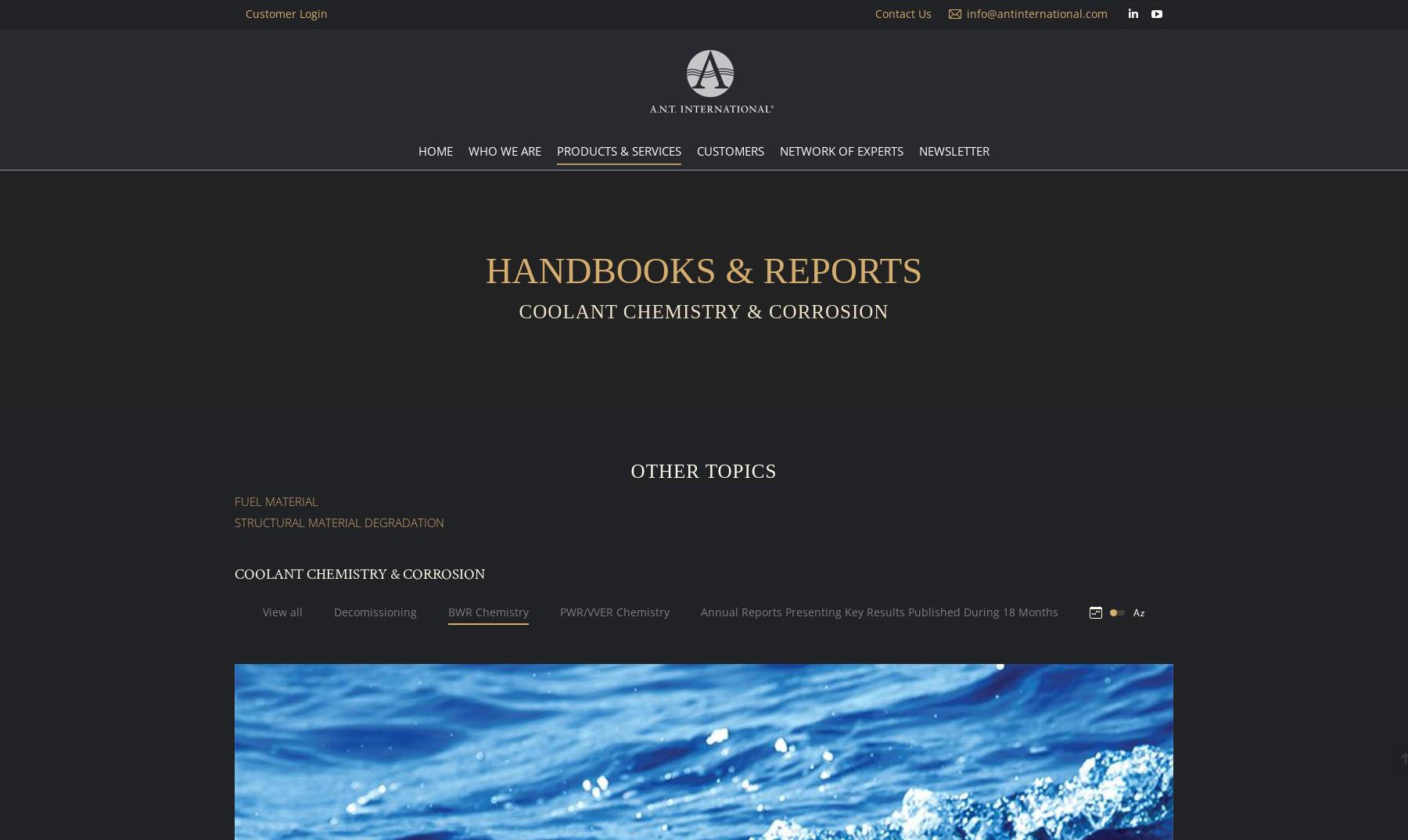  I want to click on 'info@antinternational.com', so click(966, 13).